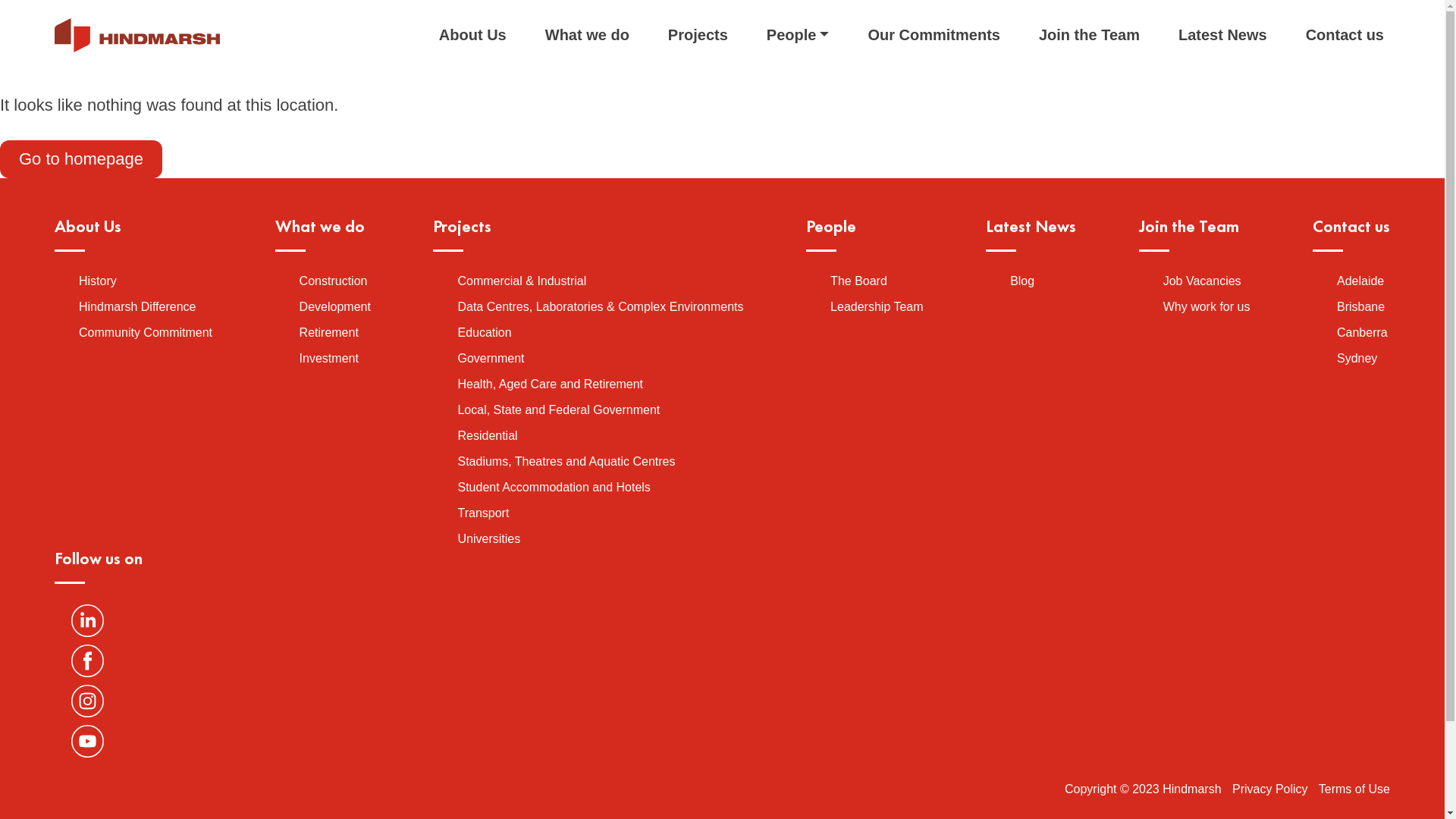 This screenshot has height=819, width=1456. What do you see at coordinates (1360, 306) in the screenshot?
I see `'Brisbane'` at bounding box center [1360, 306].